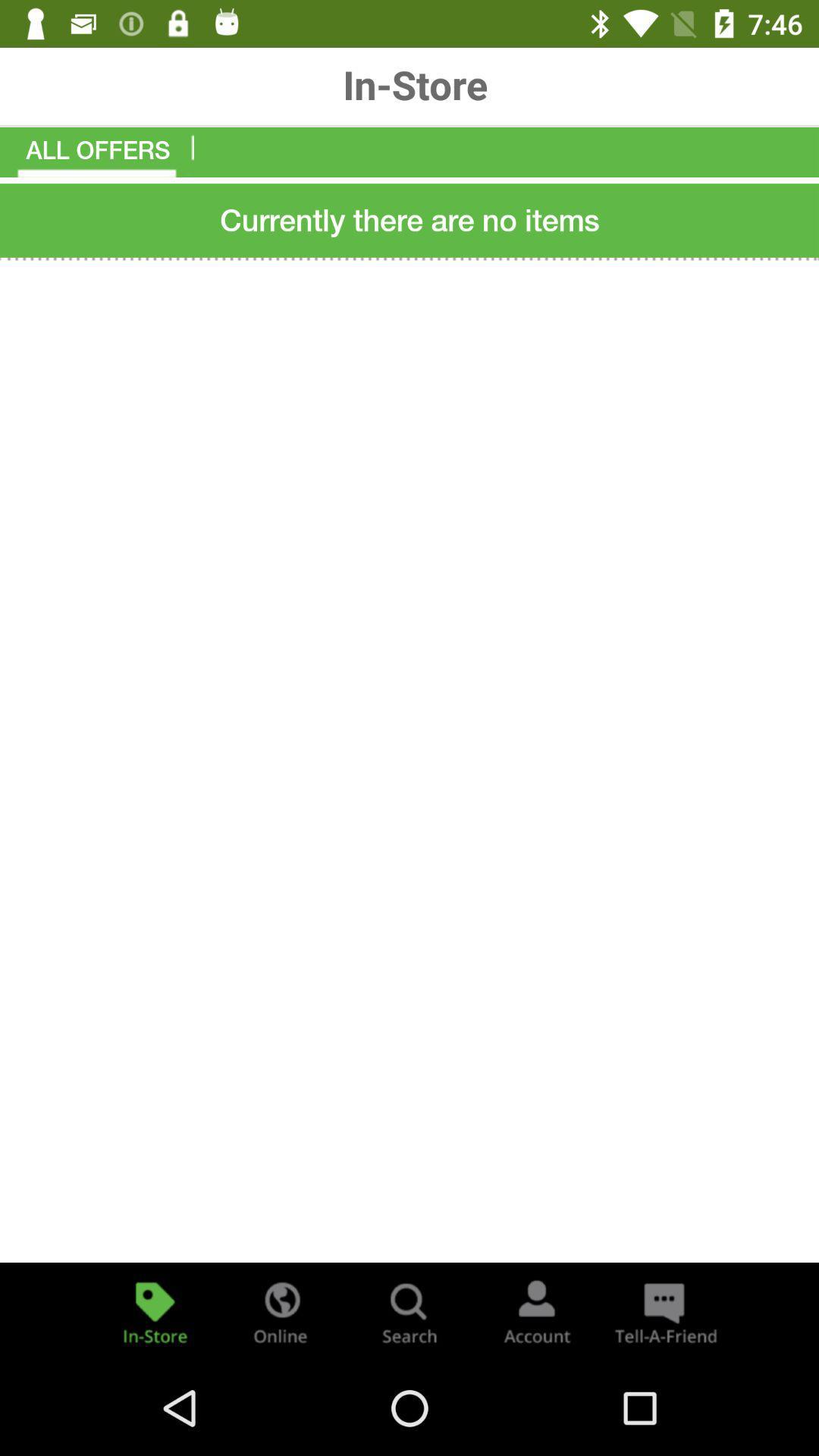  I want to click on tell a friend, so click(663, 1310).